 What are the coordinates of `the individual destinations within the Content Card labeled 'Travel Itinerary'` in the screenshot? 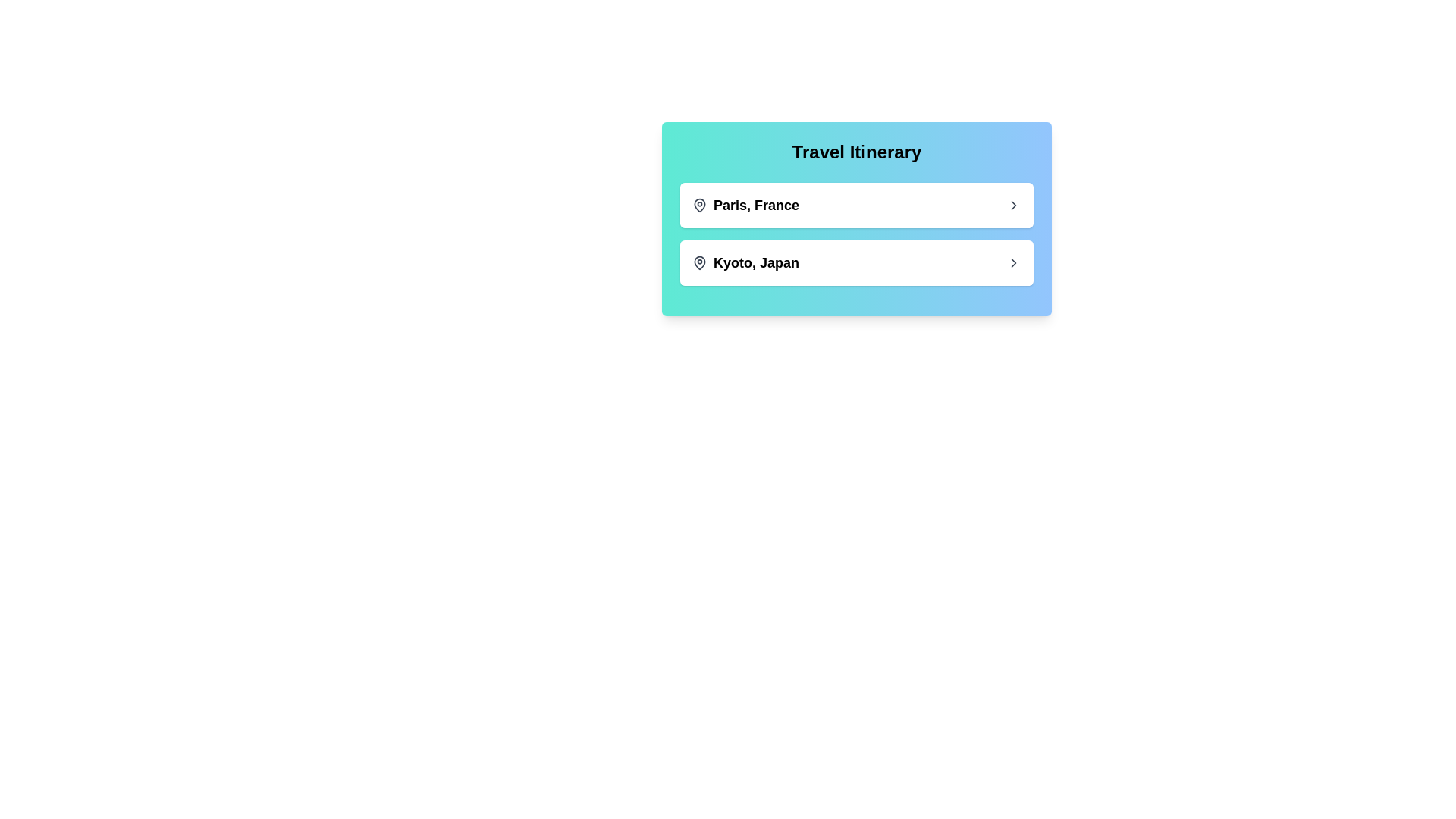 It's located at (856, 219).